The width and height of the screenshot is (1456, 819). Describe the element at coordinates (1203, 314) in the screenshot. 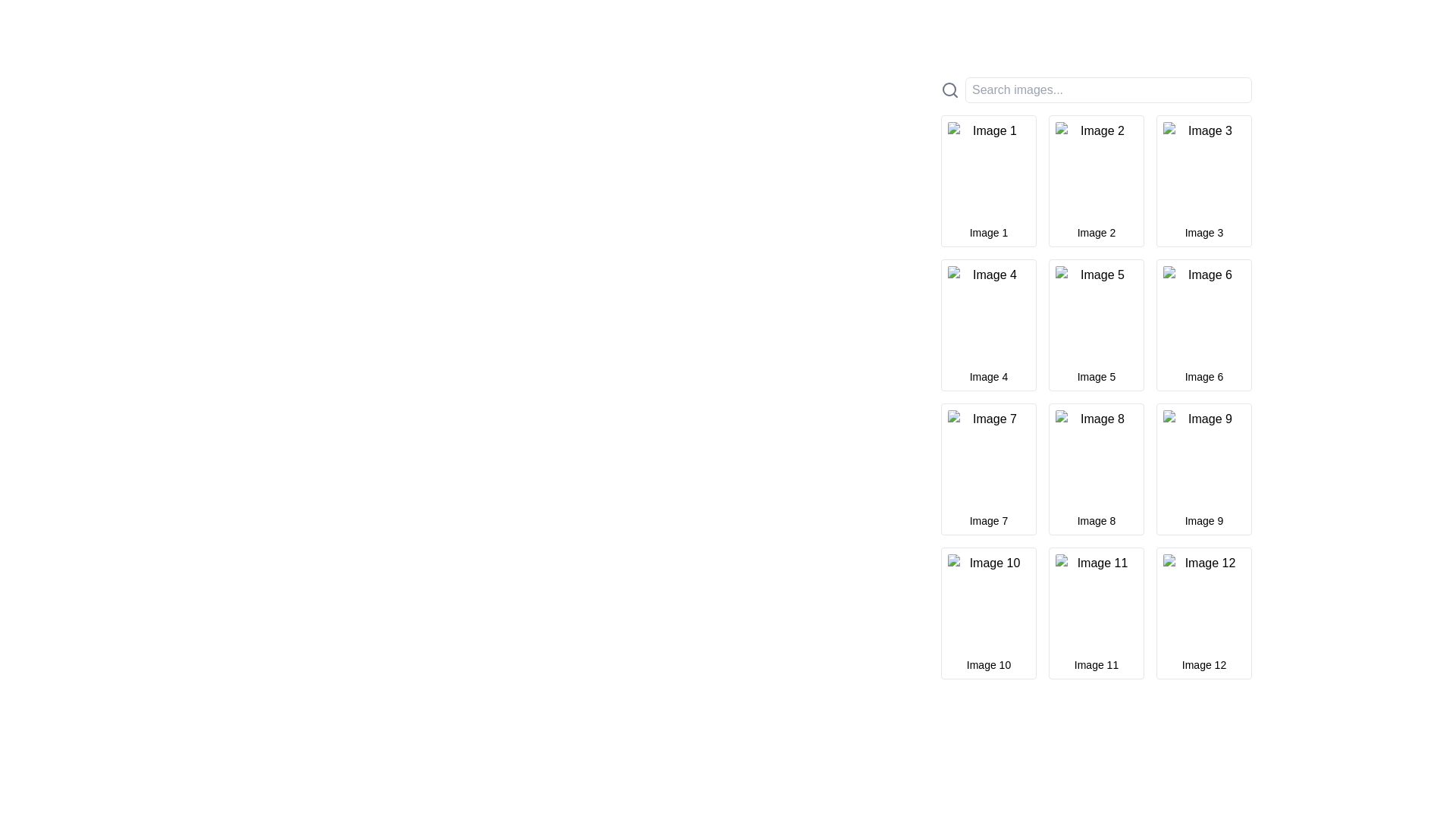

I see `the image placeholder displaying 'Image 6' with a gray background to interact or examine it` at that location.